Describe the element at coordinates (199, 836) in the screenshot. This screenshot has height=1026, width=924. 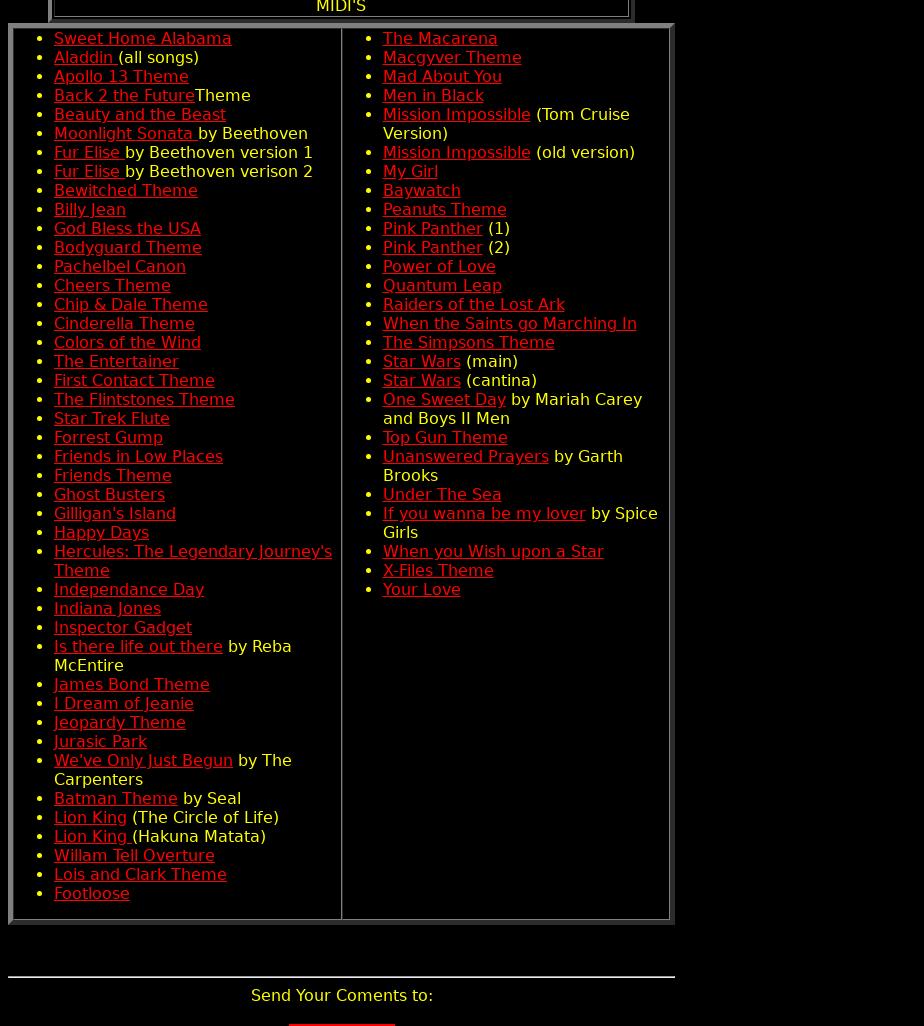
I see `'(Hakuna Matata)'` at that location.